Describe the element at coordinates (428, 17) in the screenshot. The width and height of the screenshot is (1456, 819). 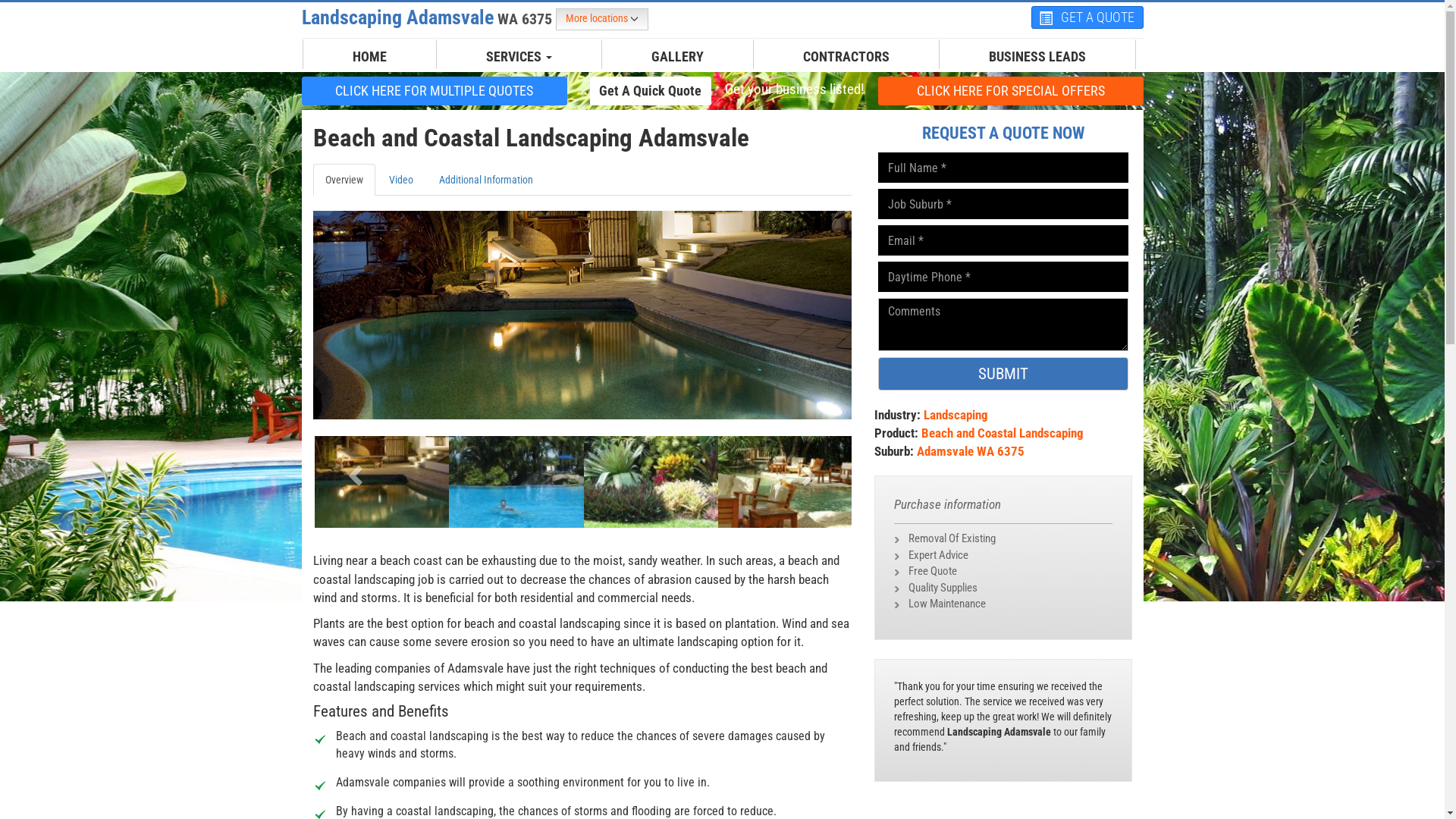
I see `'Landscaping Adamsvale WA 6375'` at that location.